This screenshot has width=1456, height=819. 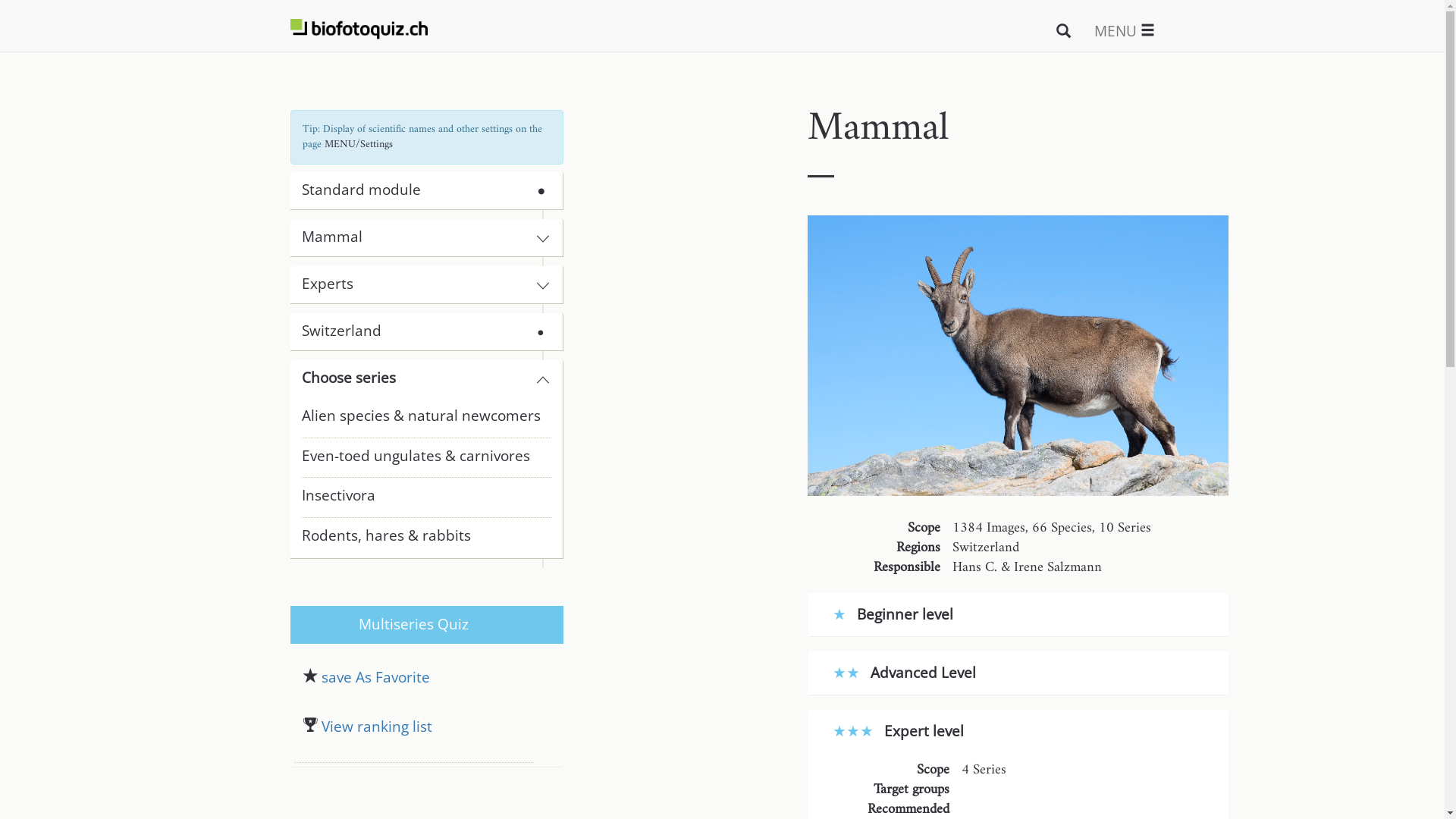 I want to click on 'Experts', so click(x=414, y=283).